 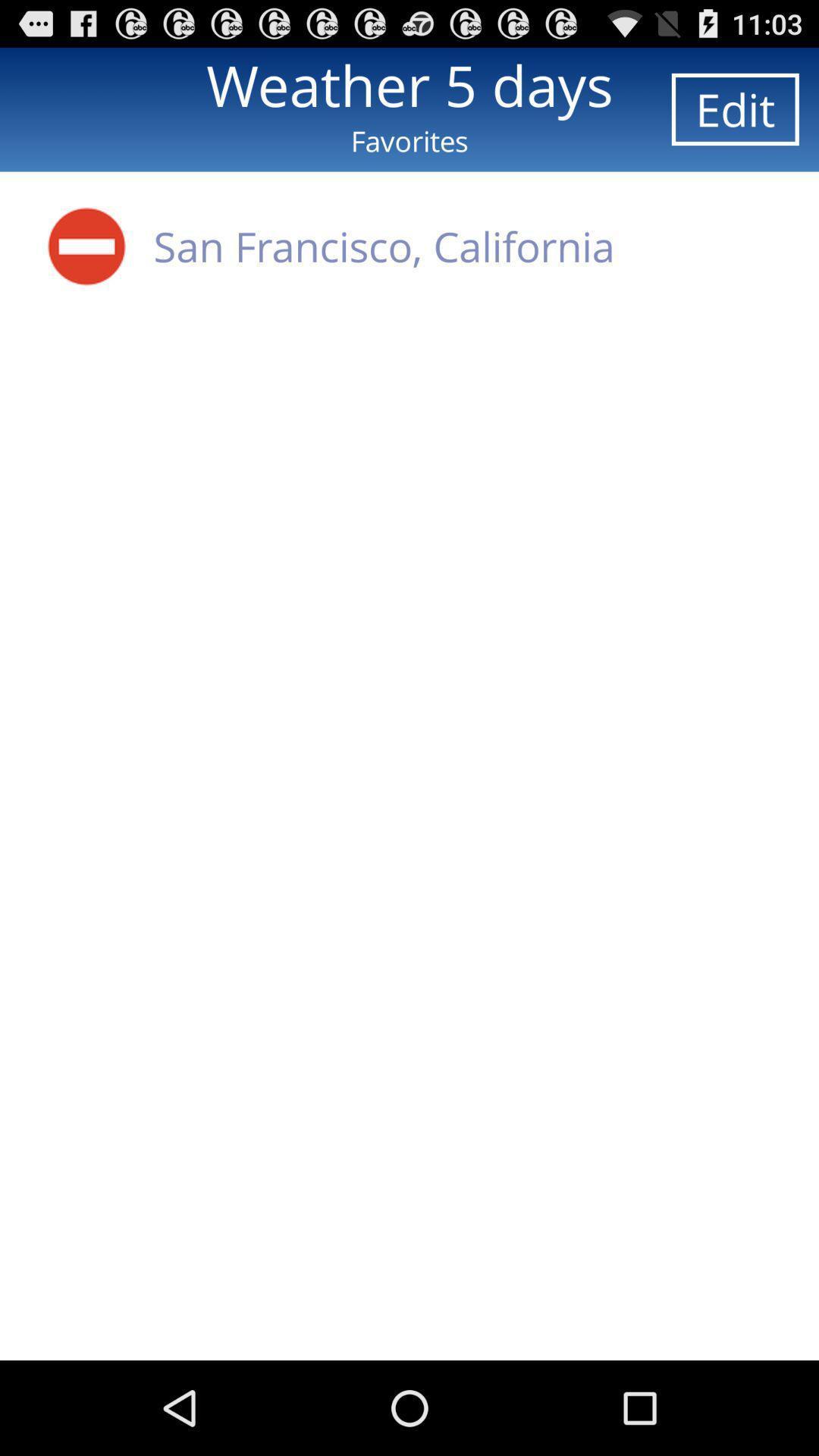 I want to click on the app at the top right corner, so click(x=734, y=108).